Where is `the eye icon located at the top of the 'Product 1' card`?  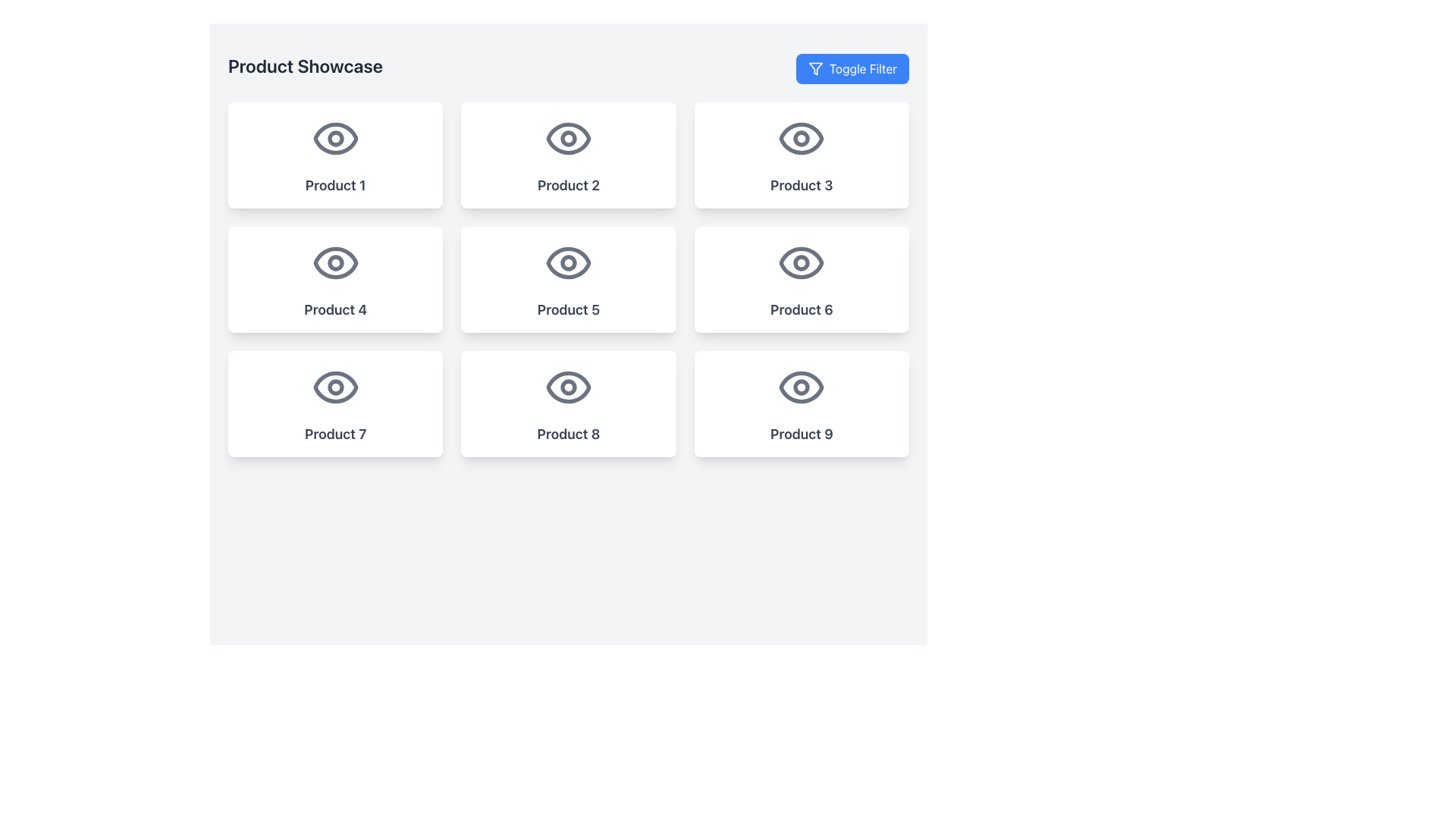 the eye icon located at the top of the 'Product 1' card is located at coordinates (334, 138).